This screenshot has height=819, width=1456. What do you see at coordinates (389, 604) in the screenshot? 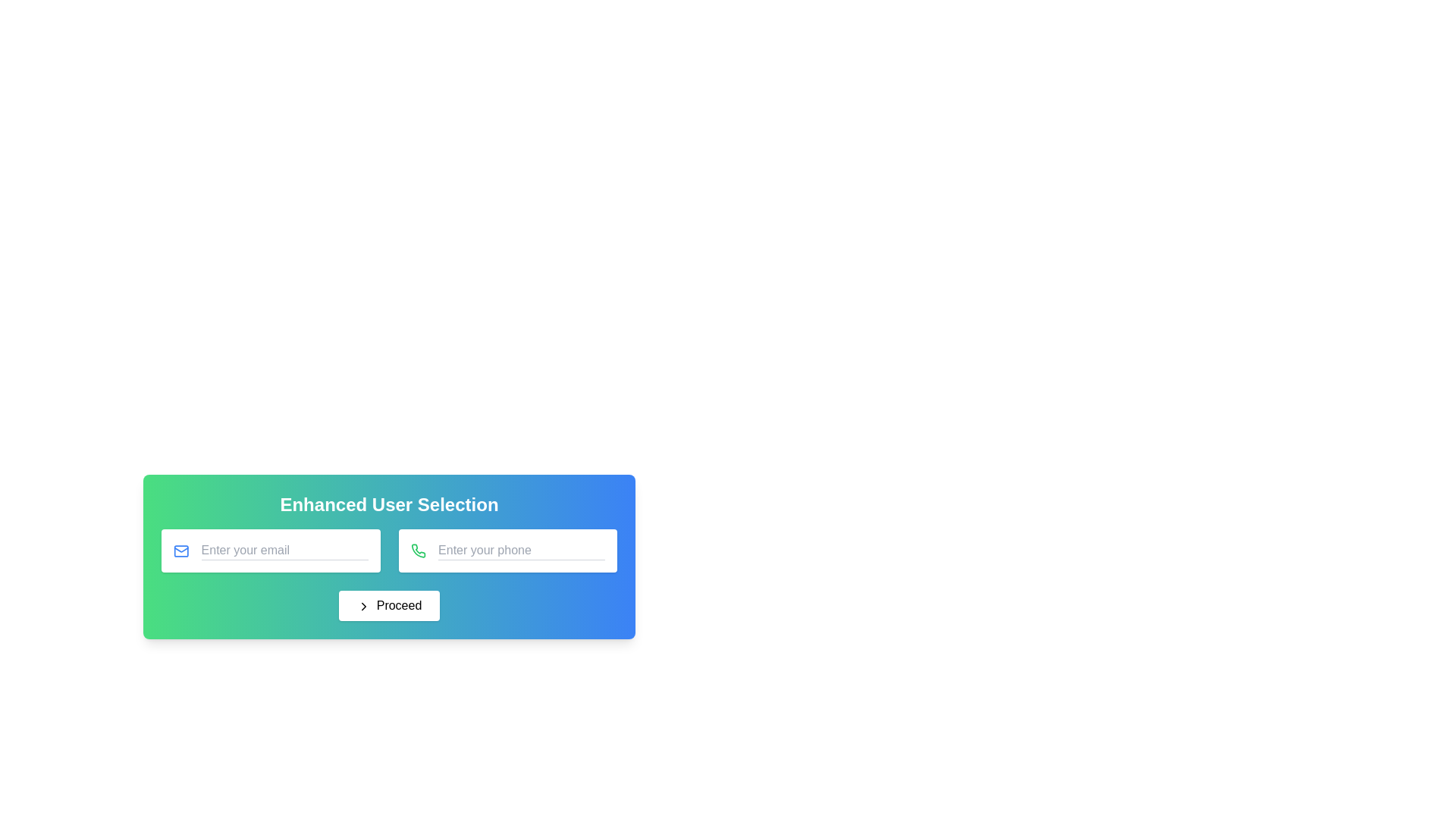
I see `the 'Proceed' button with a rounded white background and chevron icon to observe its color change` at bounding box center [389, 604].